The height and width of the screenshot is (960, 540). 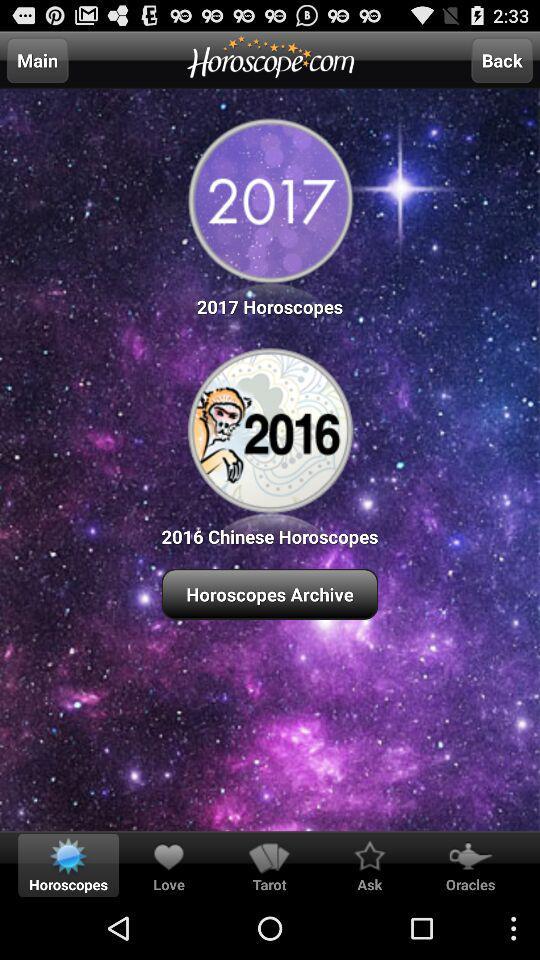 What do you see at coordinates (37, 59) in the screenshot?
I see `main item` at bounding box center [37, 59].